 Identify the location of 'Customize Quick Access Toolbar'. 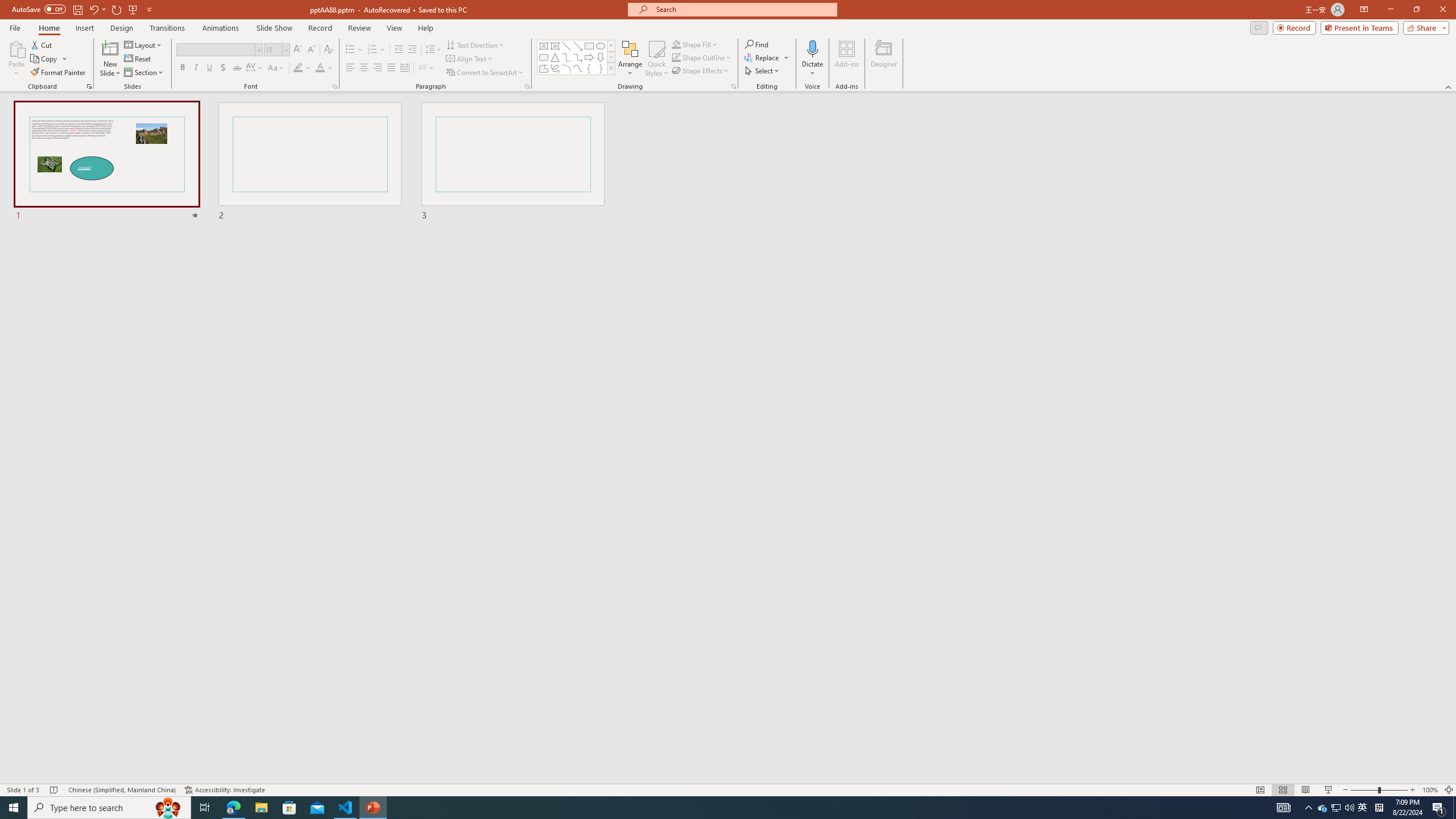
(148, 9).